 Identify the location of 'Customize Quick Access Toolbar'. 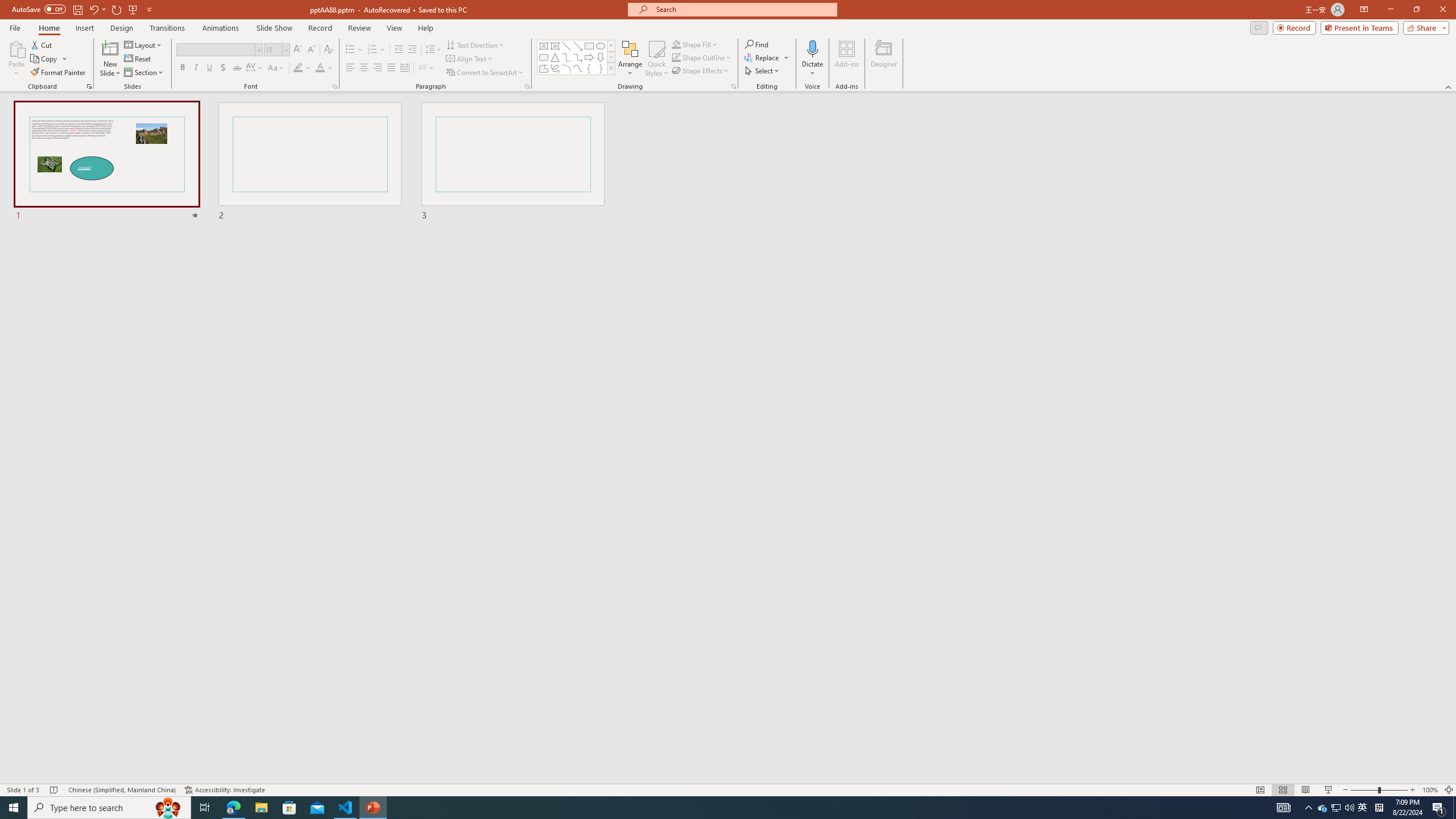
(148, 9).